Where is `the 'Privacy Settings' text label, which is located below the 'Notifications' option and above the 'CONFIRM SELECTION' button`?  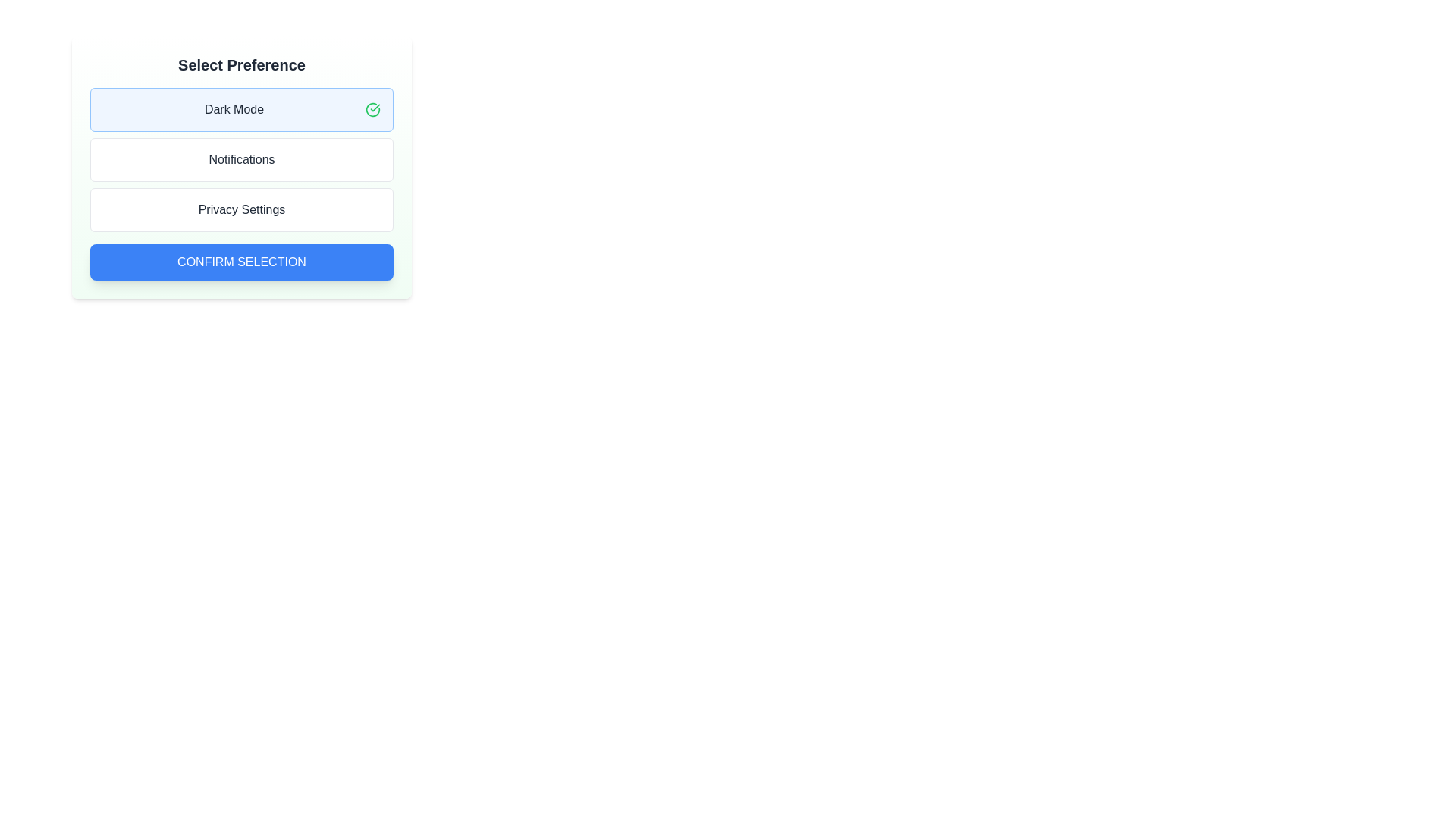 the 'Privacy Settings' text label, which is located below the 'Notifications' option and above the 'CONFIRM SELECTION' button is located at coordinates (240, 210).